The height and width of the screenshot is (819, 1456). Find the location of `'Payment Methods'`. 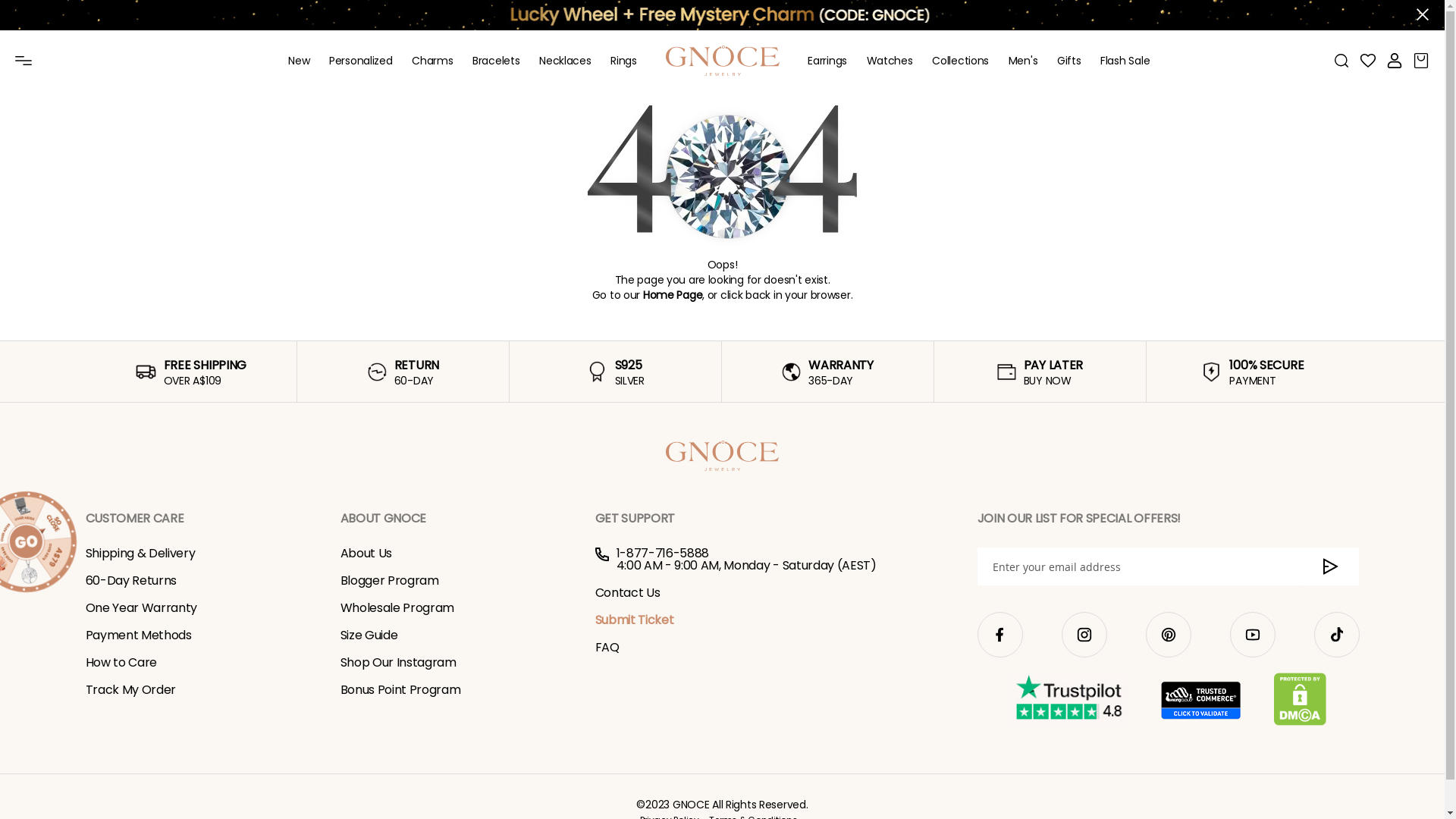

'Payment Methods' is located at coordinates (138, 635).